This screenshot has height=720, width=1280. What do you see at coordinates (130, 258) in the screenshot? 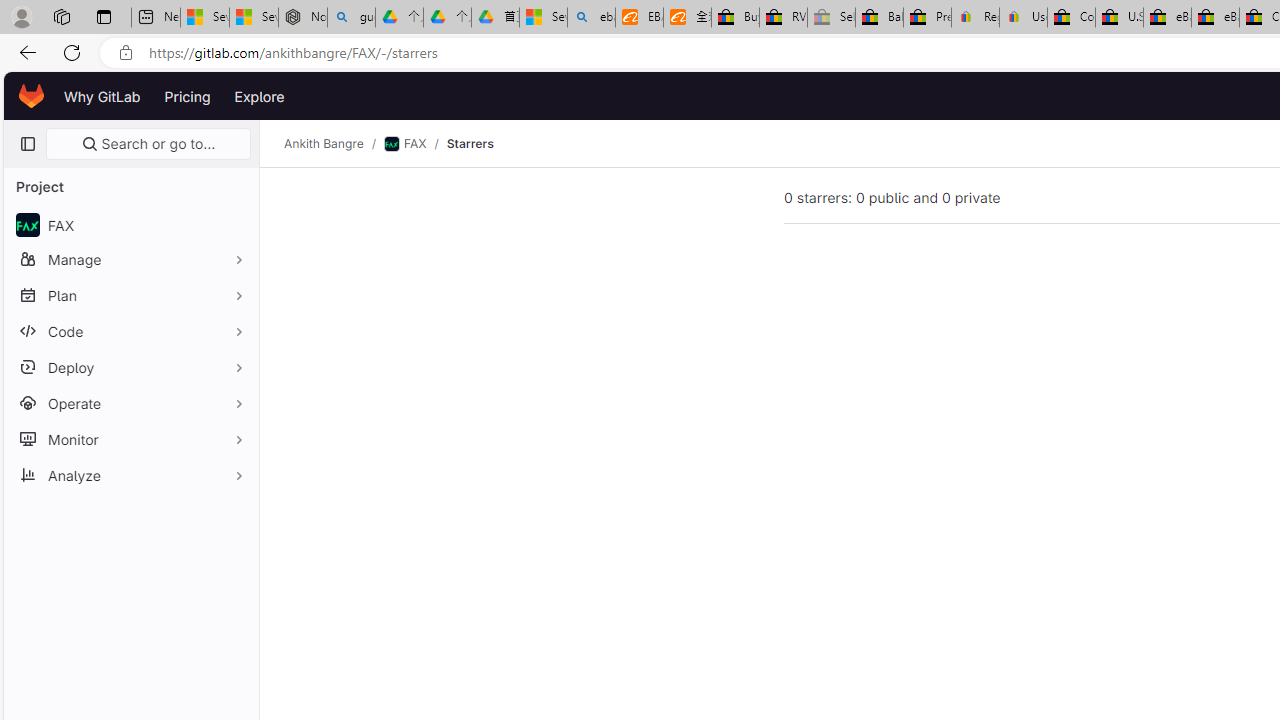
I see `'Manage'` at bounding box center [130, 258].